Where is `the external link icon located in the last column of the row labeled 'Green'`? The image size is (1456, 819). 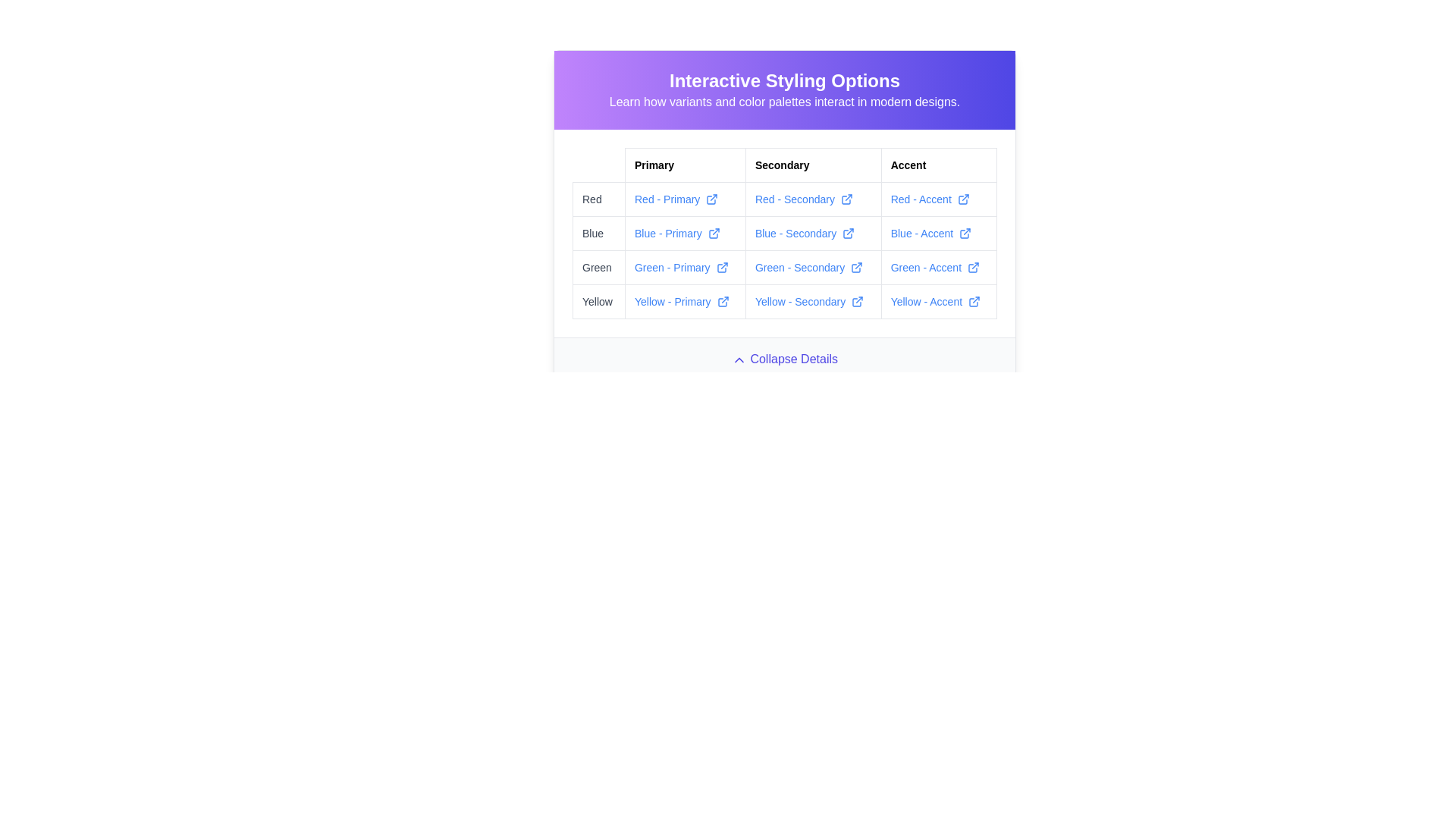
the external link icon located in the last column of the row labeled 'Green' is located at coordinates (856, 268).